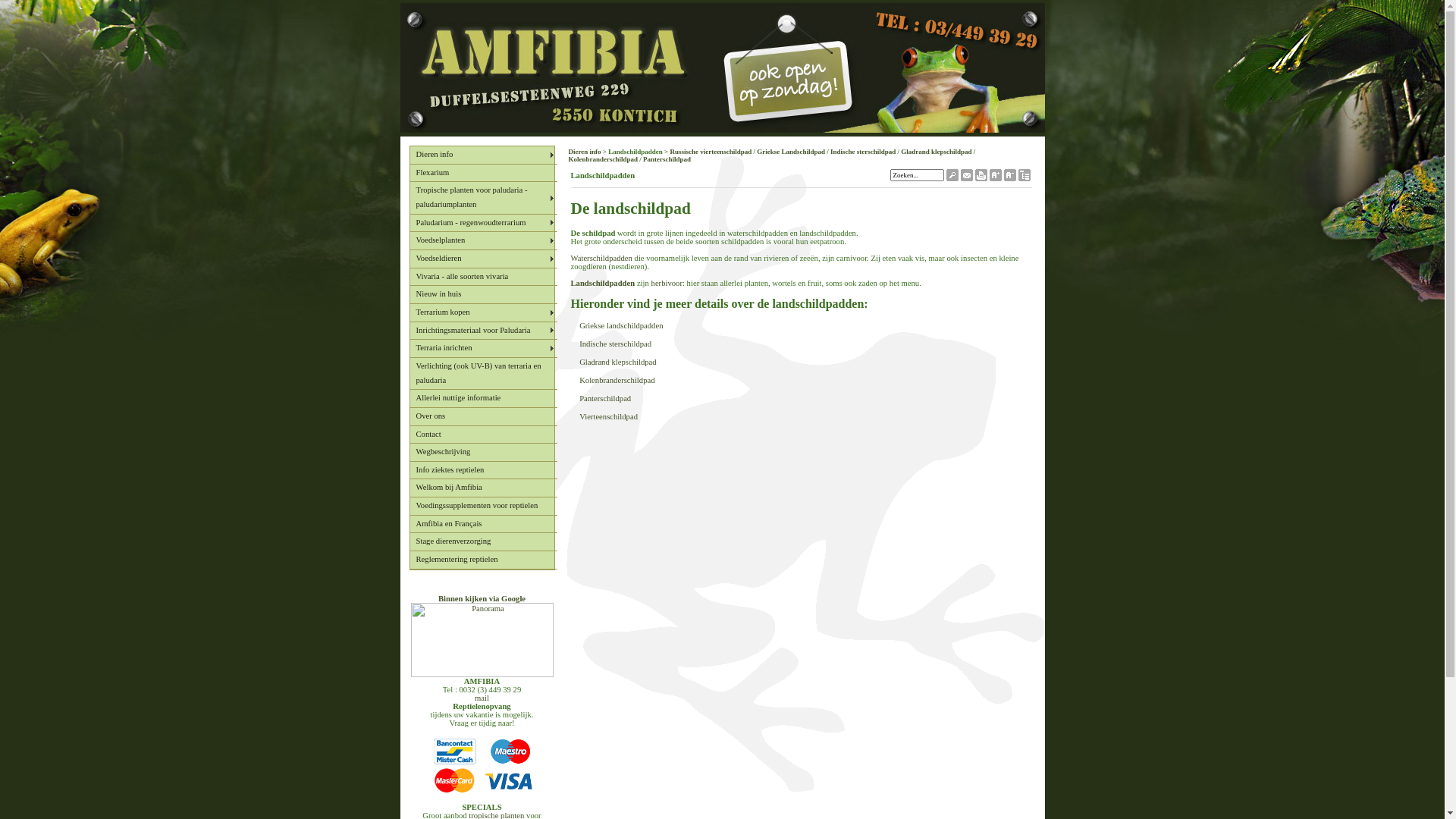 The height and width of the screenshot is (819, 1456). Describe the element at coordinates (409, 259) in the screenshot. I see `'Voedseldieren'` at that location.